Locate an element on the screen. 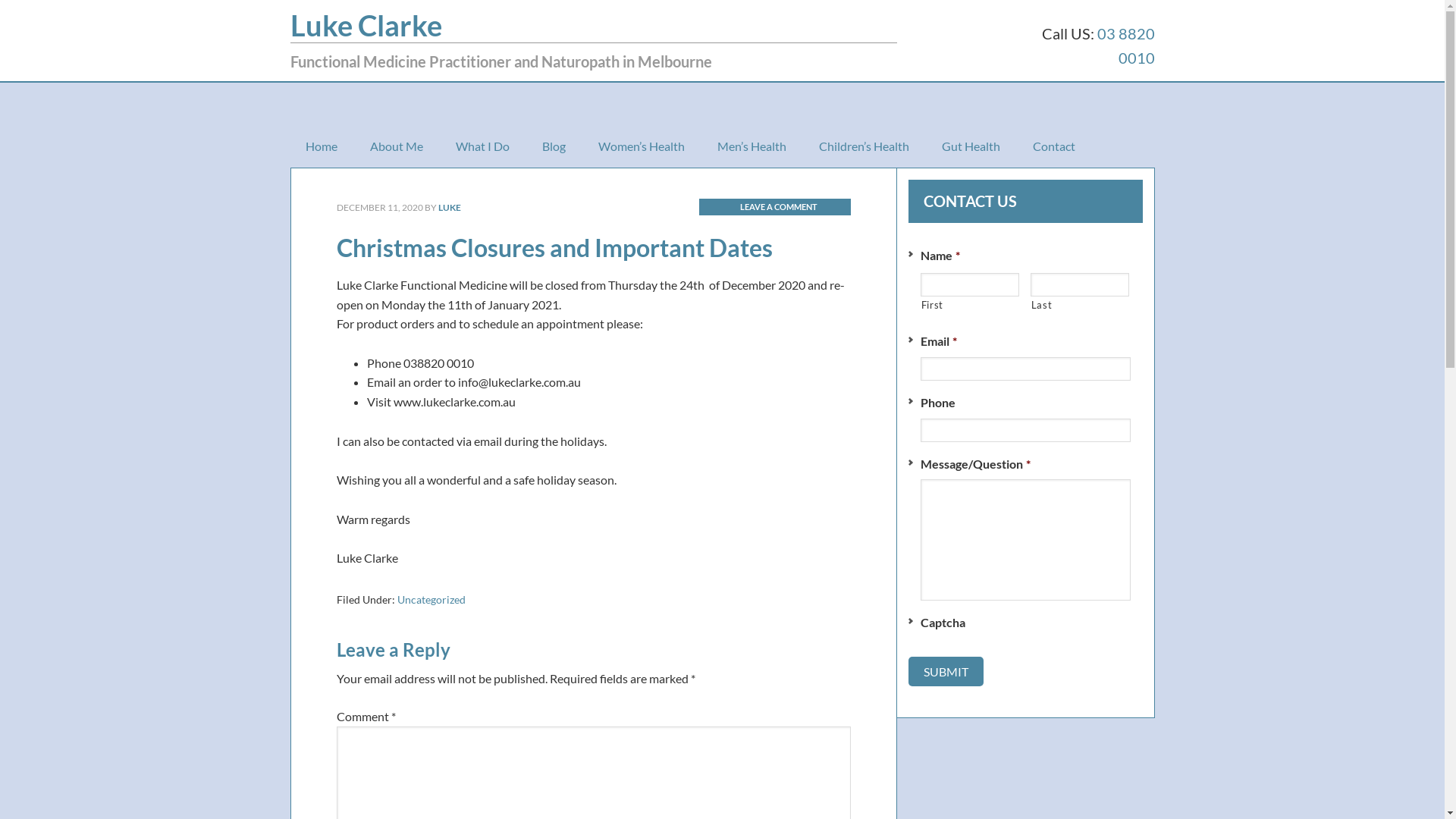 This screenshot has width=1456, height=819. 'Contact' is located at coordinates (1018, 146).